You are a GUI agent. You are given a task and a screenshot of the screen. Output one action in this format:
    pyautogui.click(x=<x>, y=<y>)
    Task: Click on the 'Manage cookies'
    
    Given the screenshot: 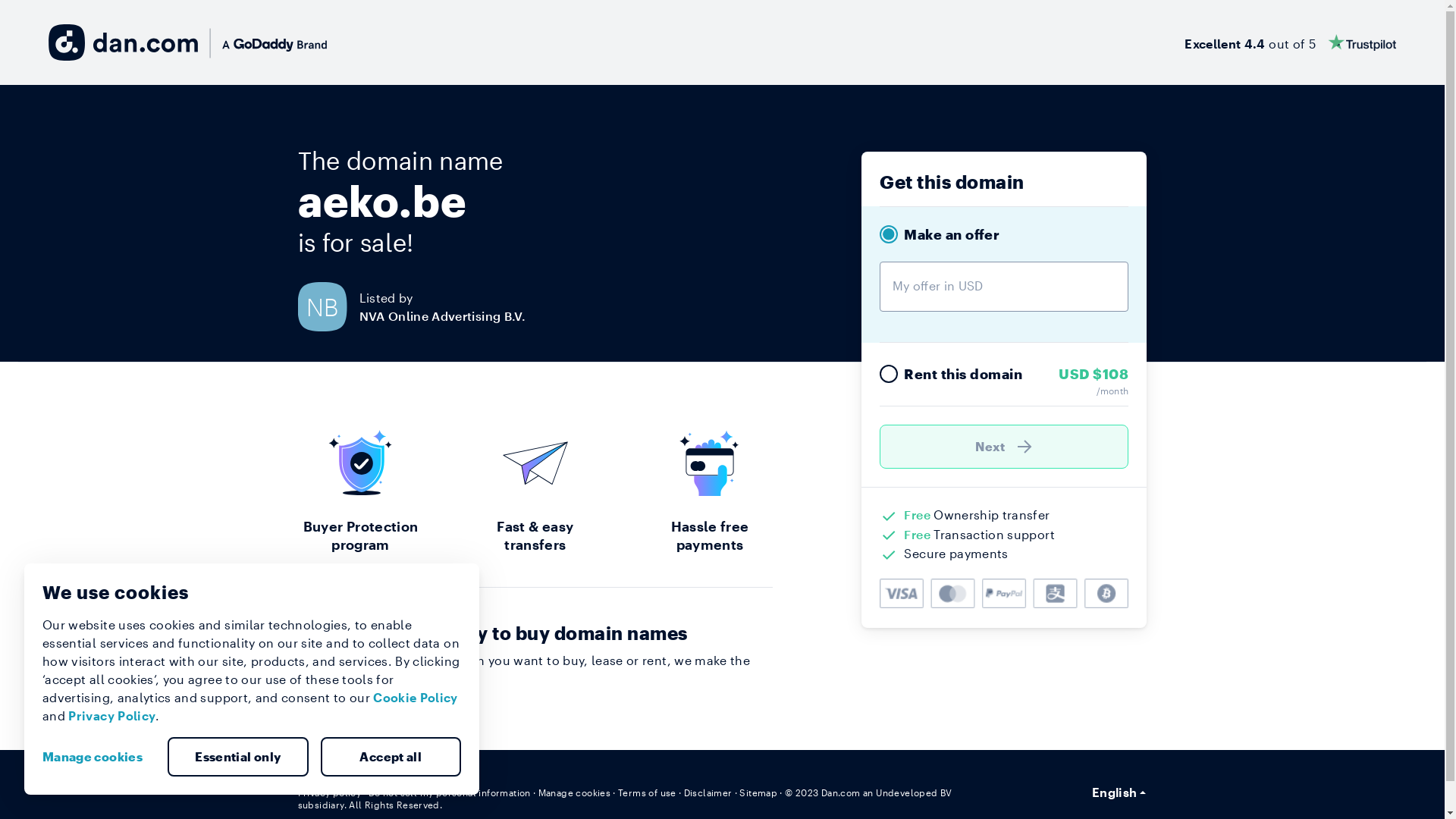 What is the action you would take?
    pyautogui.click(x=42, y=757)
    